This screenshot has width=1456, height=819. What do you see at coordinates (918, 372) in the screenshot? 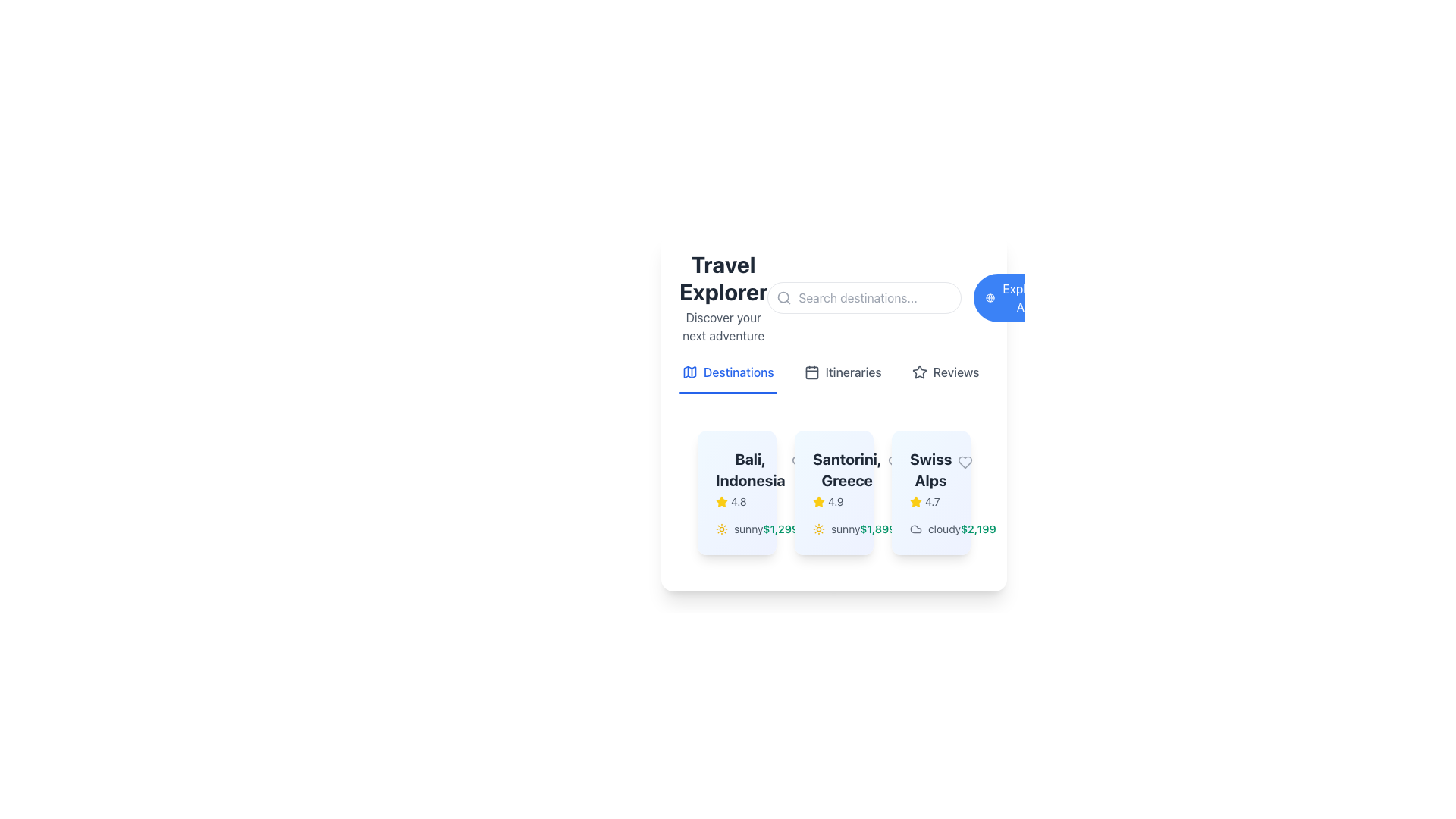
I see `the decorative star icon located to the left of the 'Reviews' text in the horizontal menu group` at bounding box center [918, 372].